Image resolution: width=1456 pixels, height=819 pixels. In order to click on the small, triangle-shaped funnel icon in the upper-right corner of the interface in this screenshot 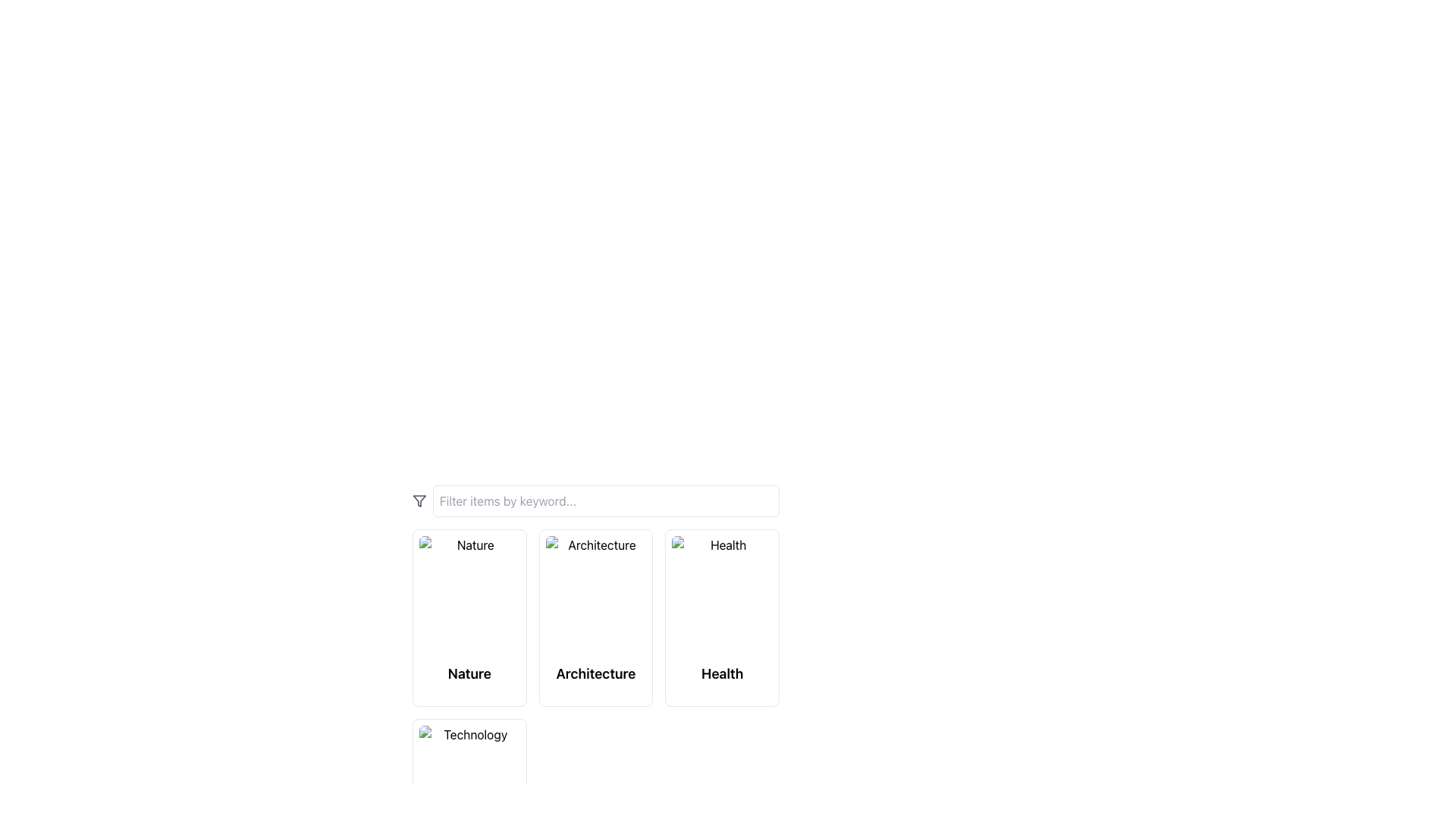, I will do `click(419, 500)`.